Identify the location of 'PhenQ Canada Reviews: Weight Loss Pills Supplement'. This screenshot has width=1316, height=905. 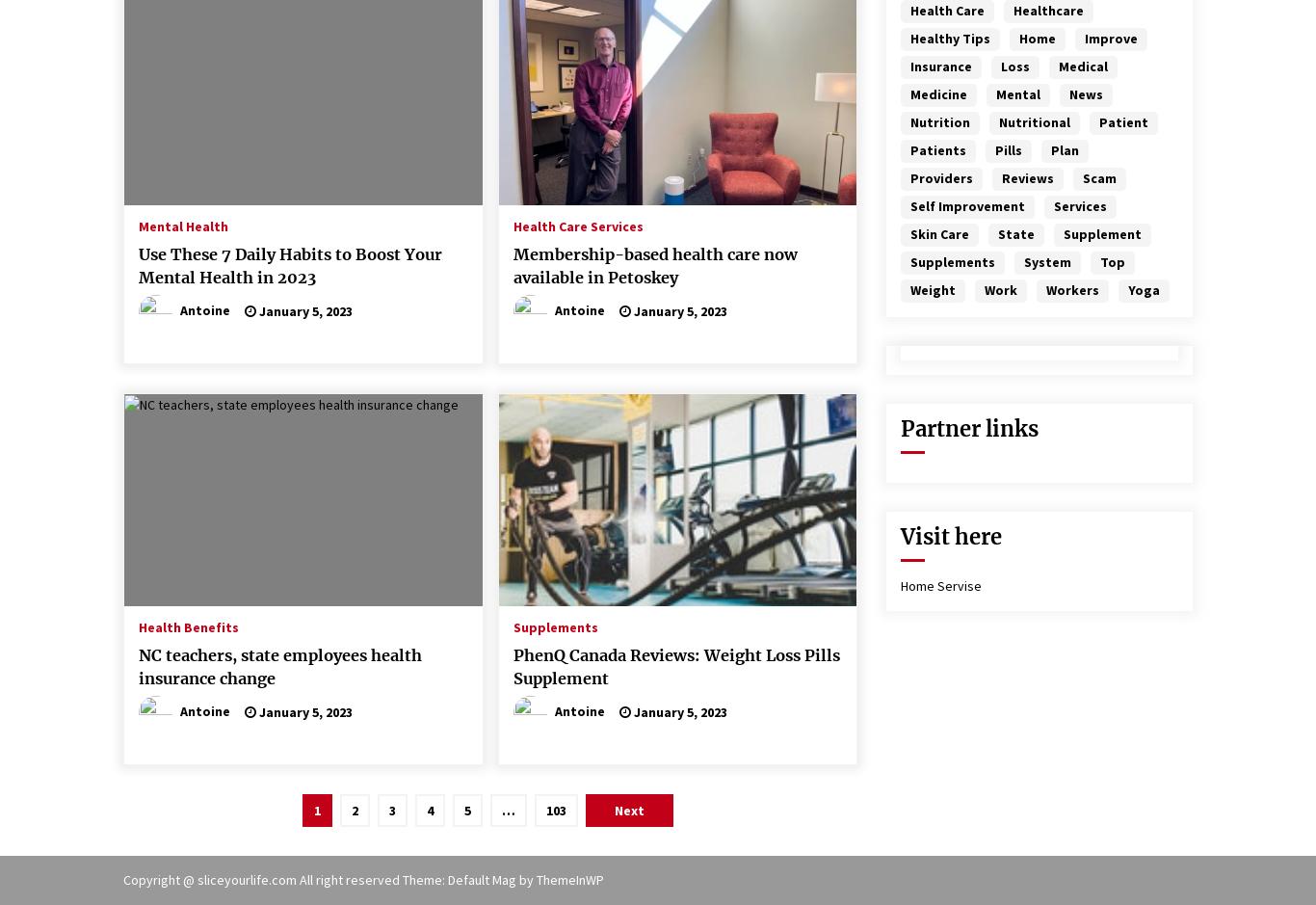
(675, 665).